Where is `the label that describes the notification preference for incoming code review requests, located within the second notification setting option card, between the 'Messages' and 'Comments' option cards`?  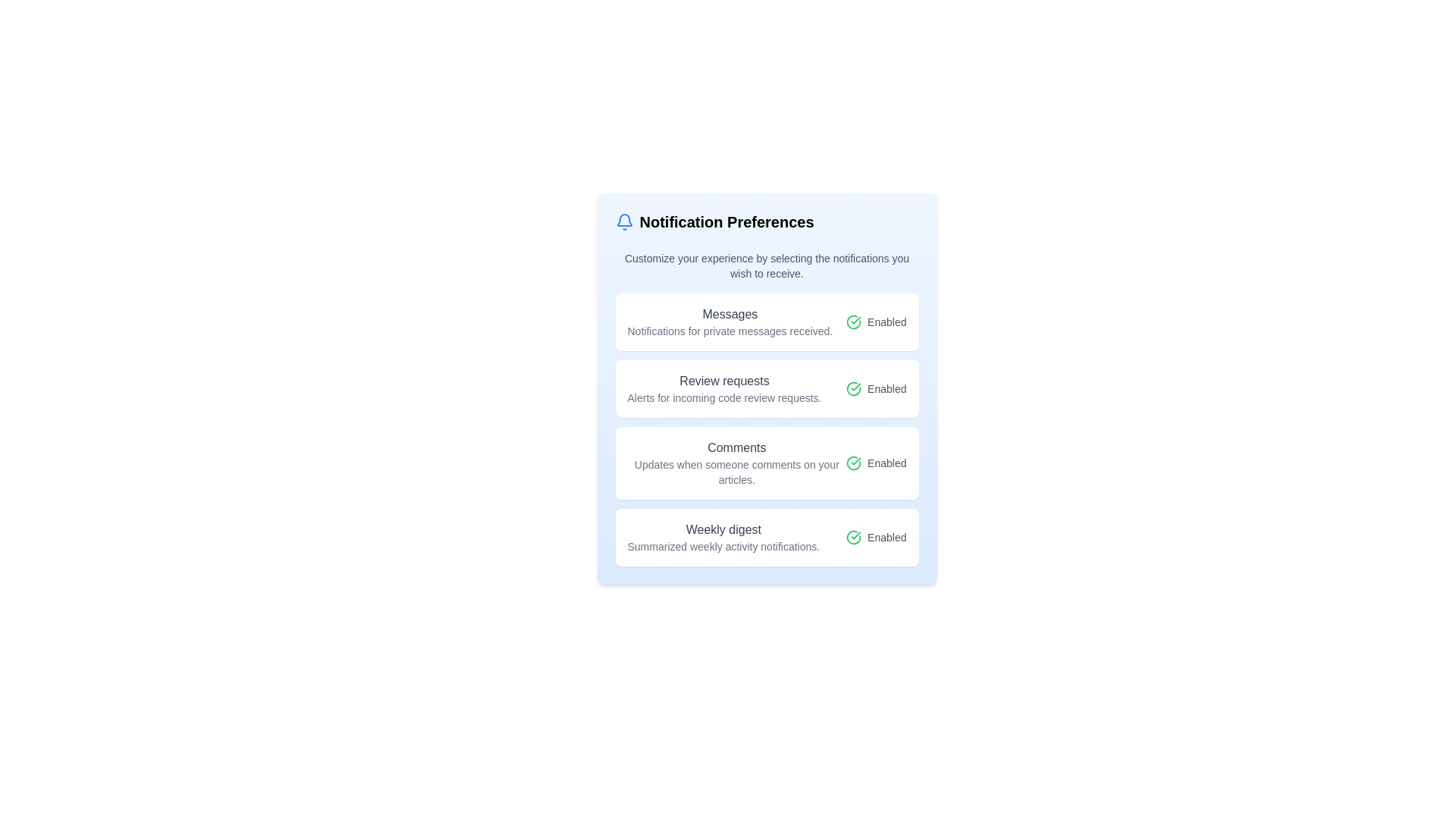 the label that describes the notification preference for incoming code review requests, located within the second notification setting option card, between the 'Messages' and 'Comments' option cards is located at coordinates (723, 388).